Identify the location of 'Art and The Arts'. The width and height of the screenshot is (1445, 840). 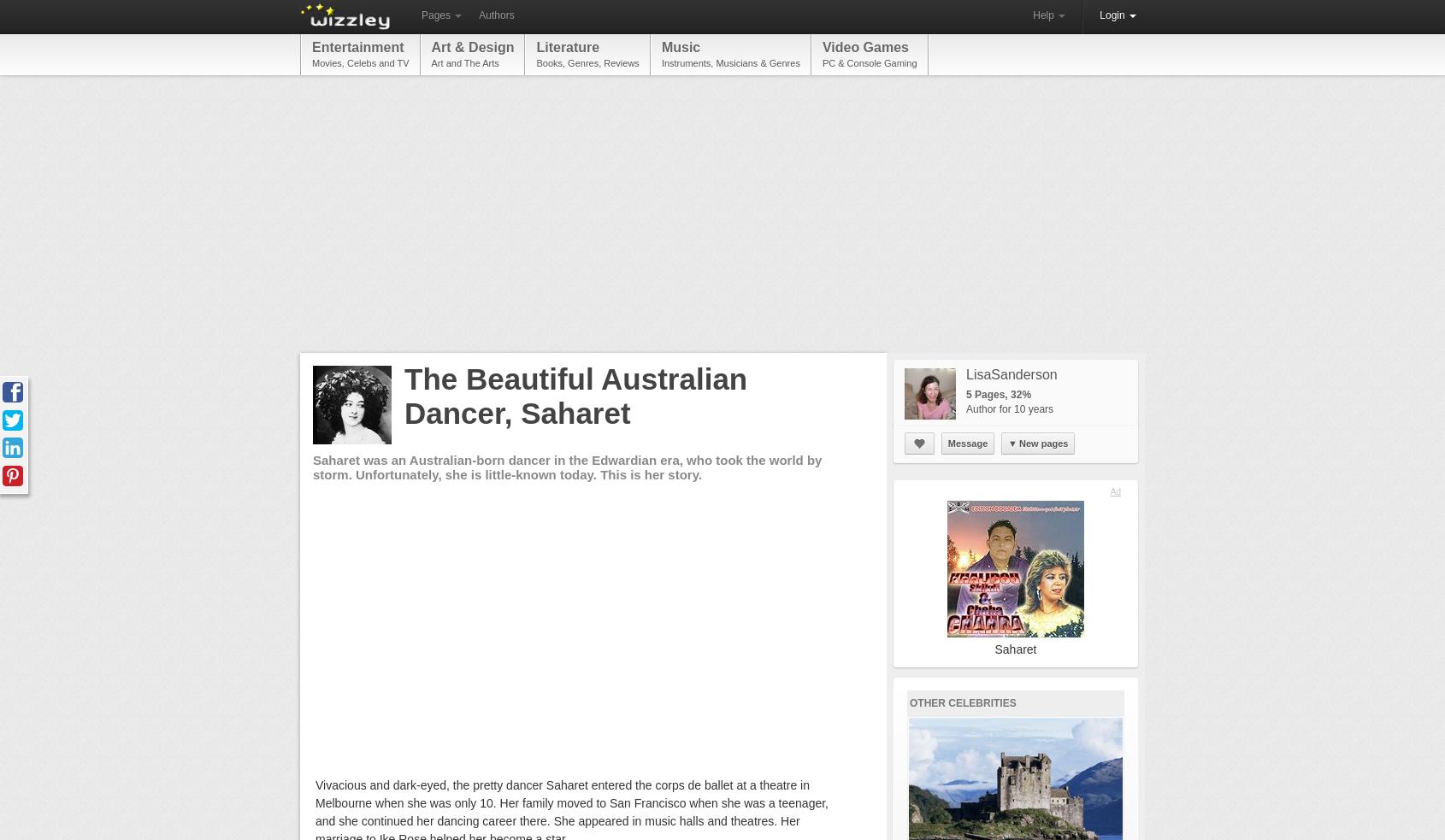
(463, 62).